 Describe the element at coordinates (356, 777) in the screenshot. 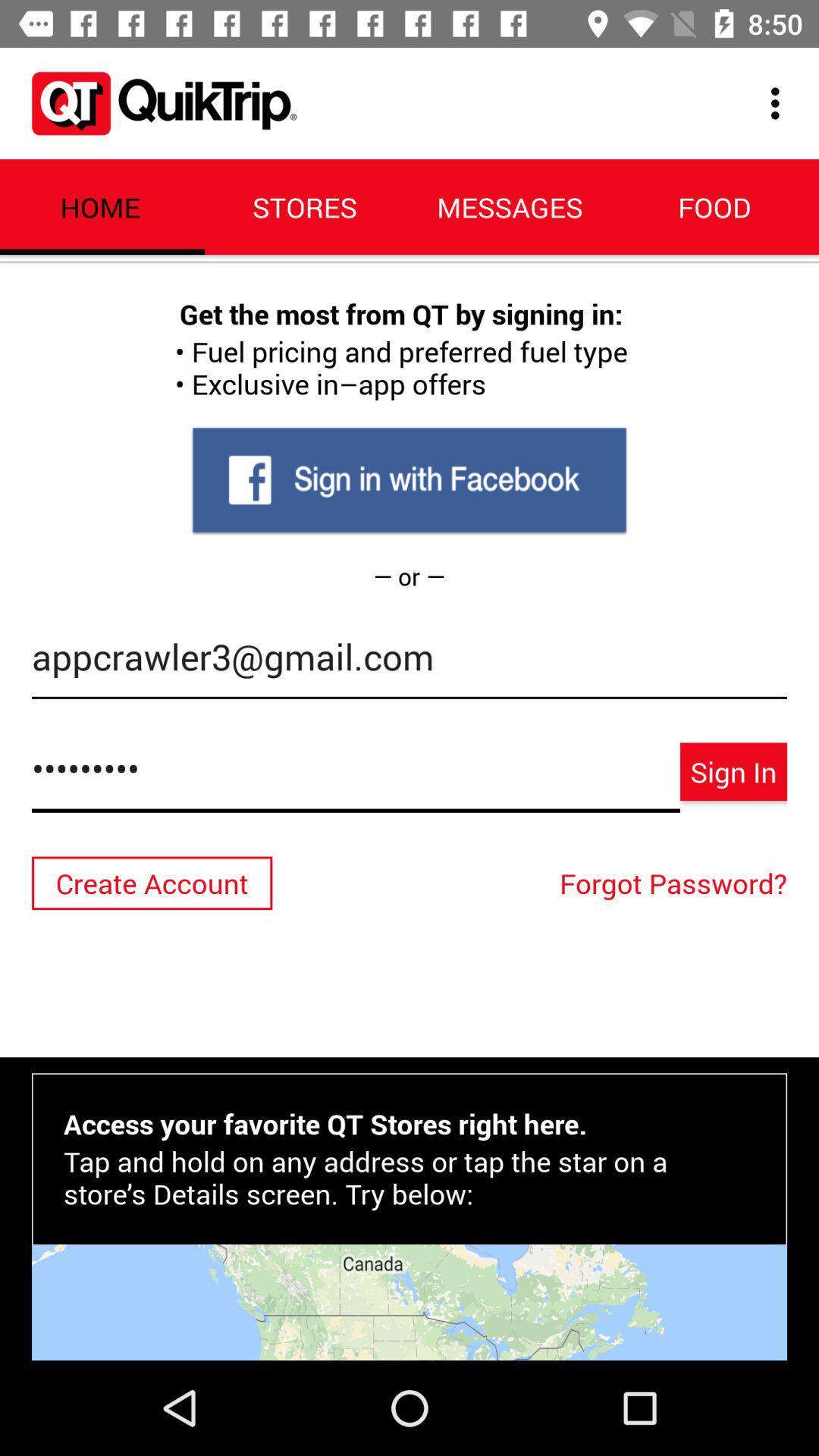

I see `crowd3116 icon` at that location.